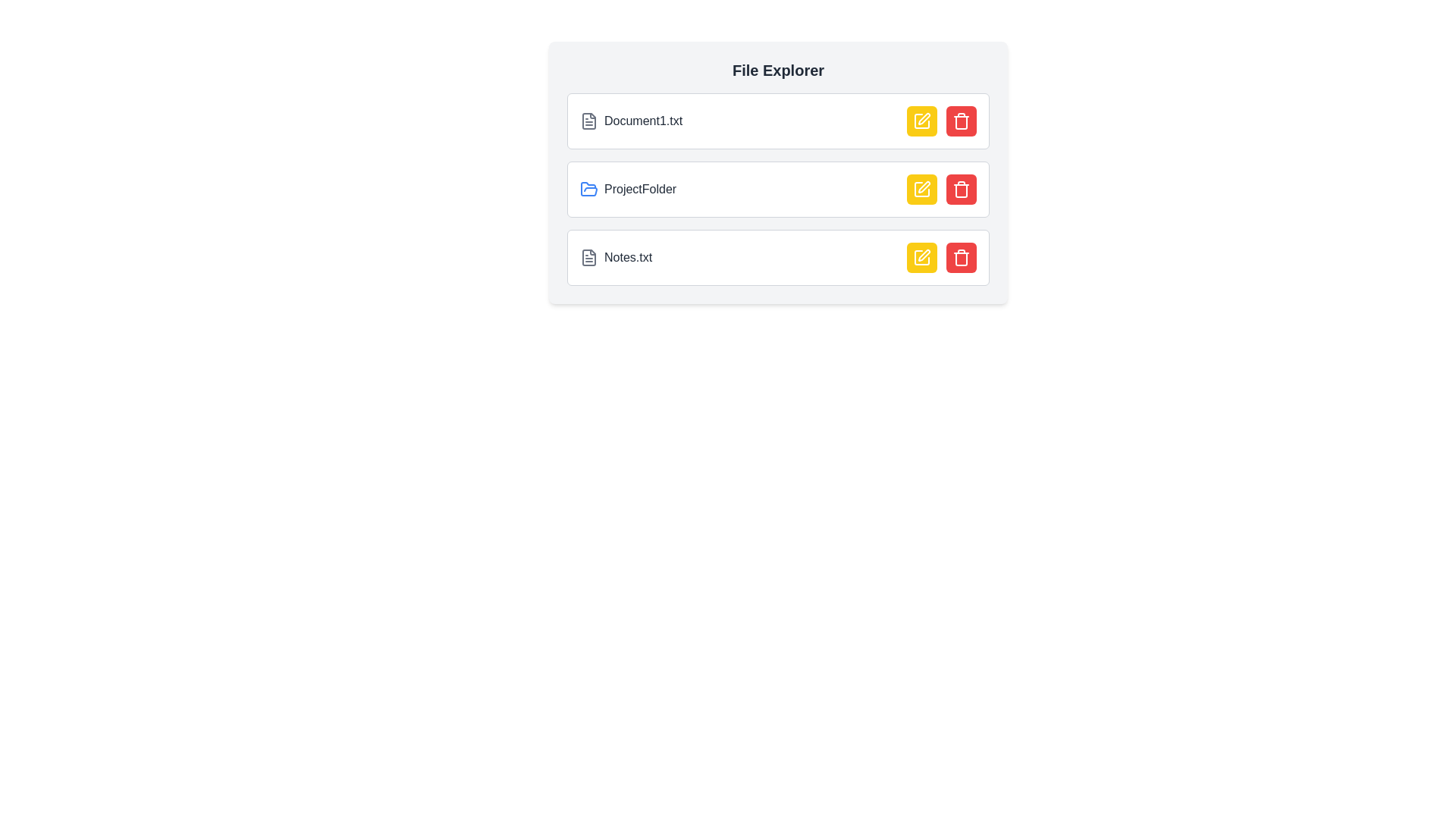  I want to click on the 'ProjectFolder' list item, so click(778, 189).